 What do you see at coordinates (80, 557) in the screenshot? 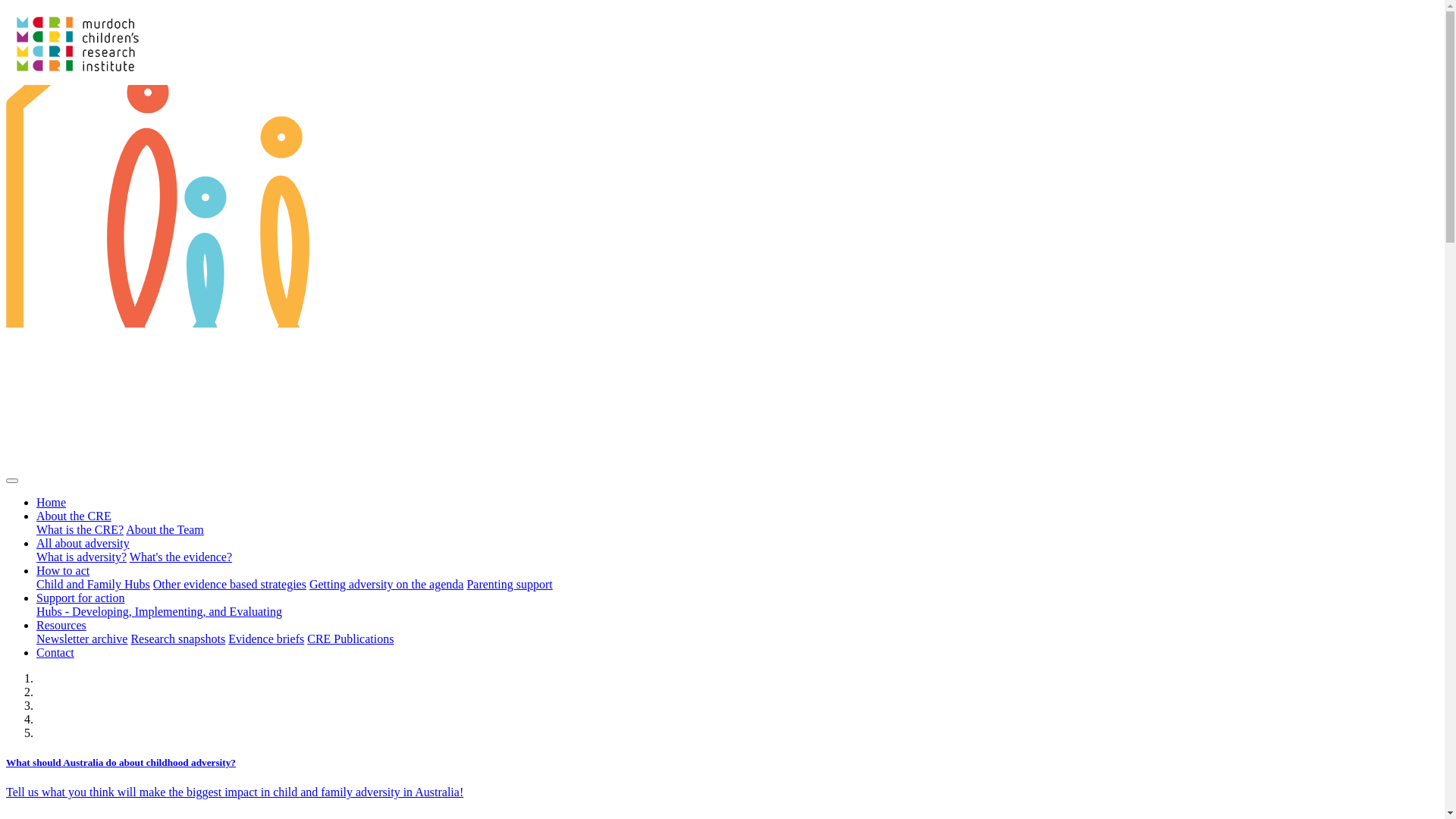
I see `'What is adversity?'` at bounding box center [80, 557].